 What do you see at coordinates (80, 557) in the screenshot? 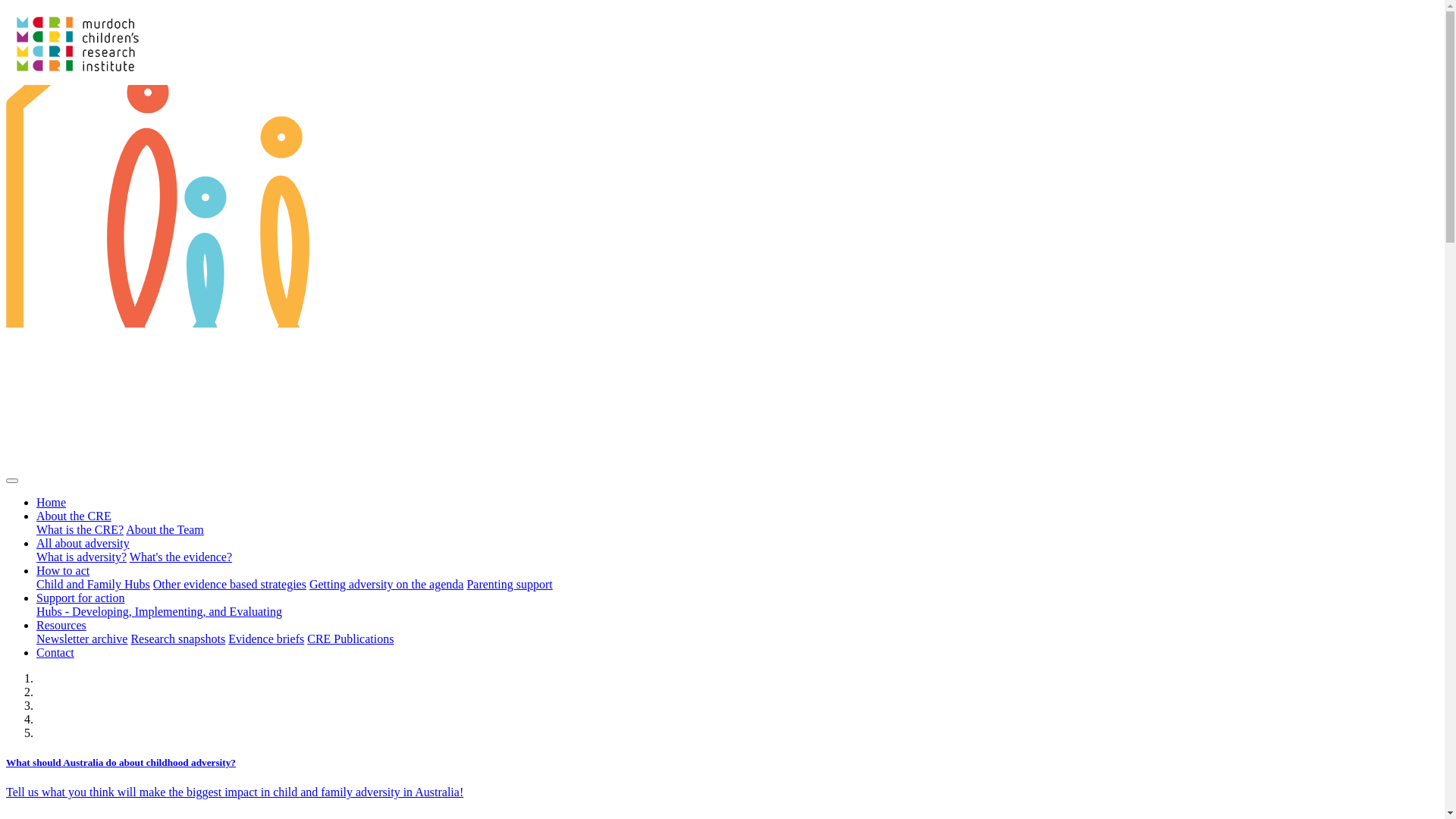
I see `'What is adversity?'` at bounding box center [80, 557].